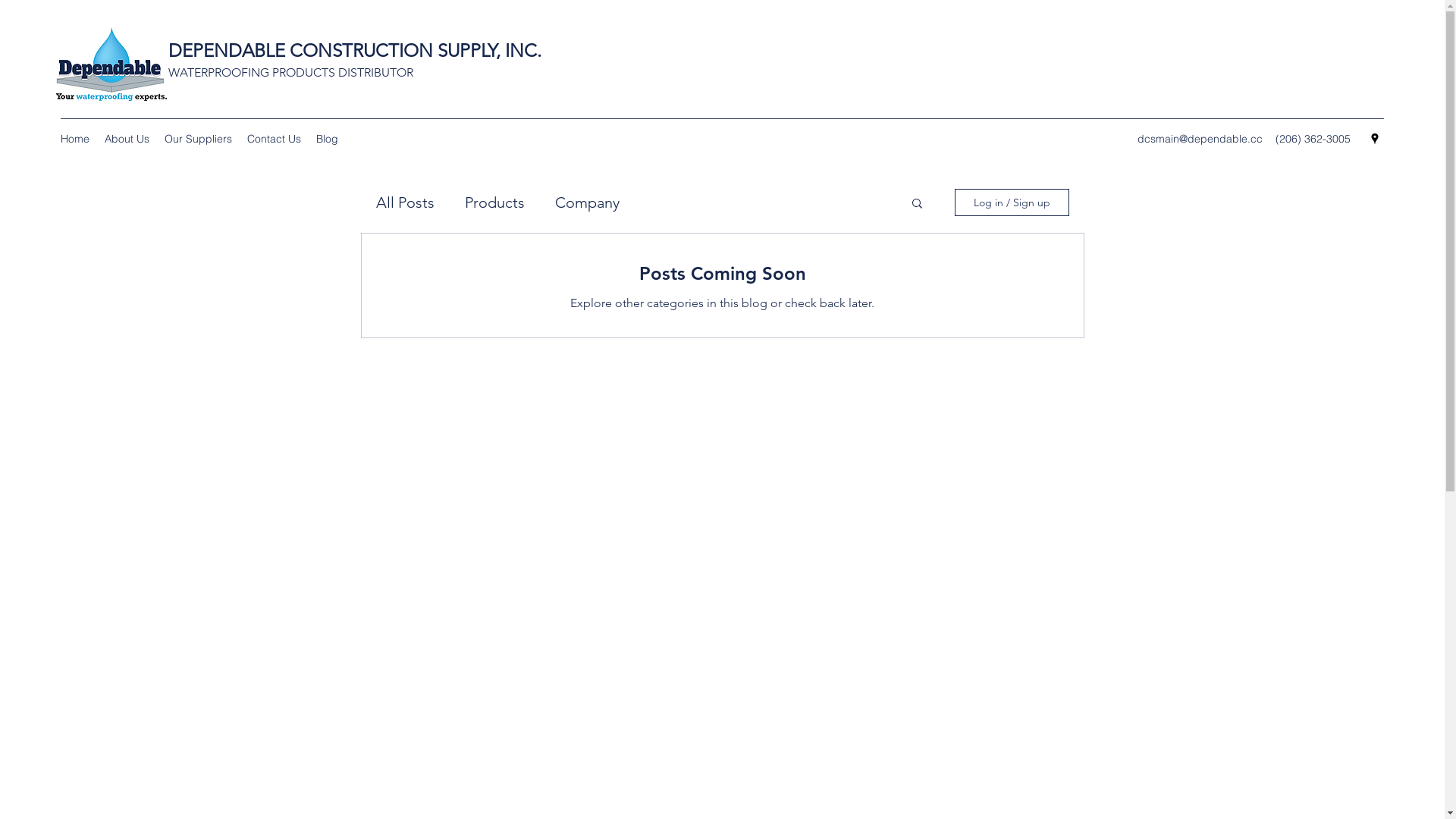  Describe the element at coordinates (326, 138) in the screenshot. I see `'Blog'` at that location.